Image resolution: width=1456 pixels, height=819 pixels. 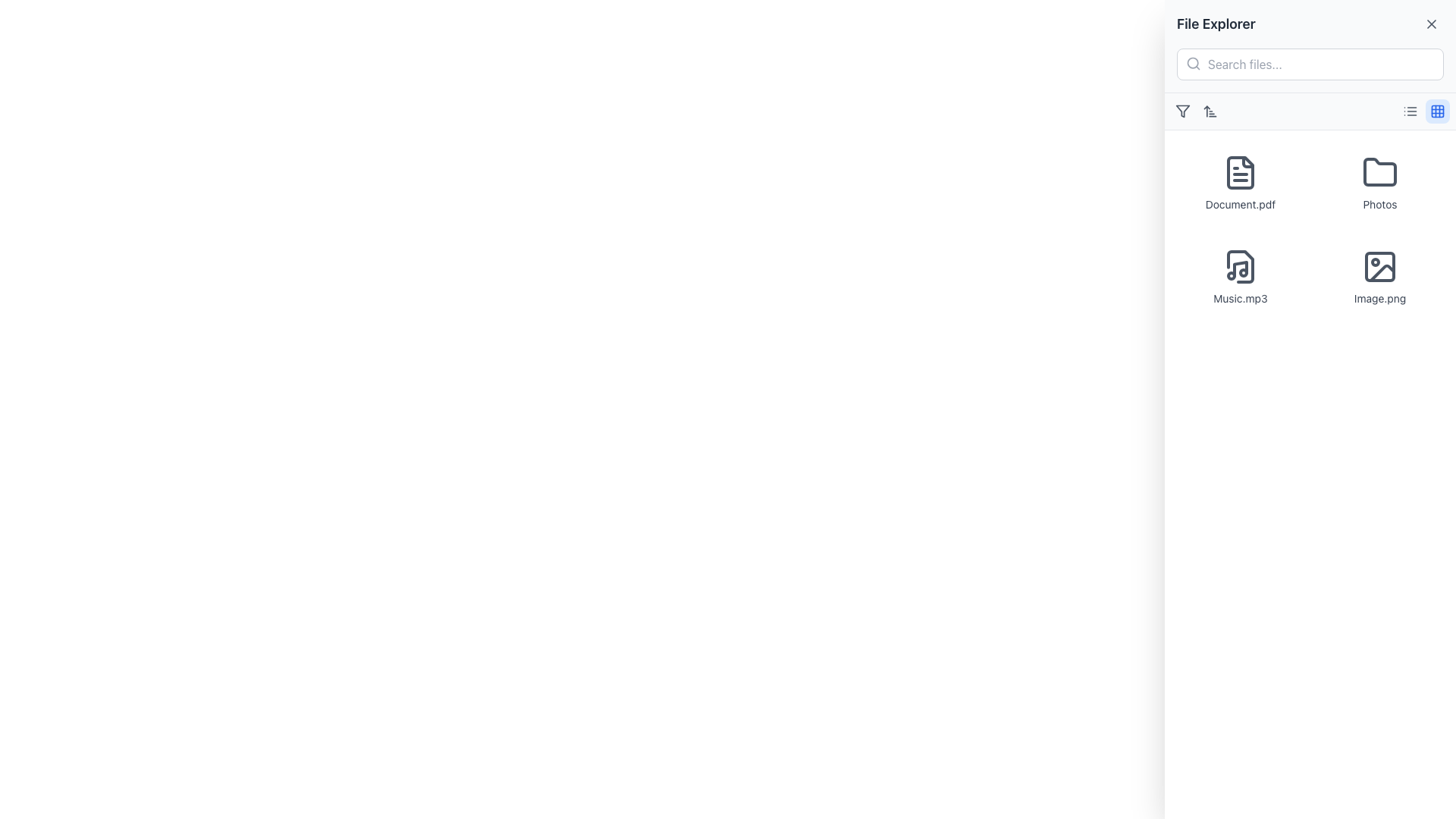 What do you see at coordinates (1241, 278) in the screenshot?
I see `the File item widget displaying the icon of a document with a musical note and the filename 'Music.mp3'` at bounding box center [1241, 278].